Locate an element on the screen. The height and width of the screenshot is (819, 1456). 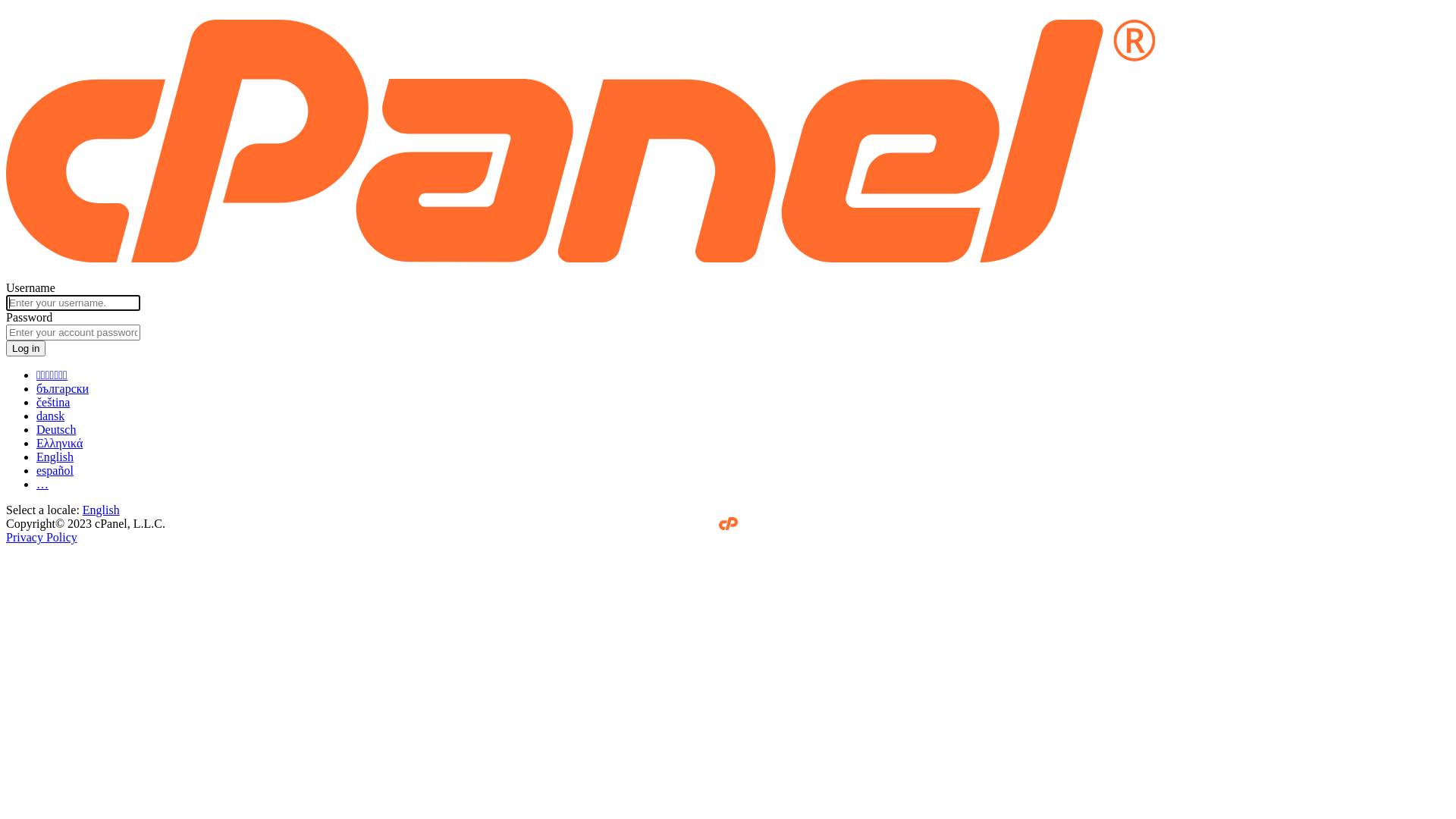
'dansk' is located at coordinates (50, 416).